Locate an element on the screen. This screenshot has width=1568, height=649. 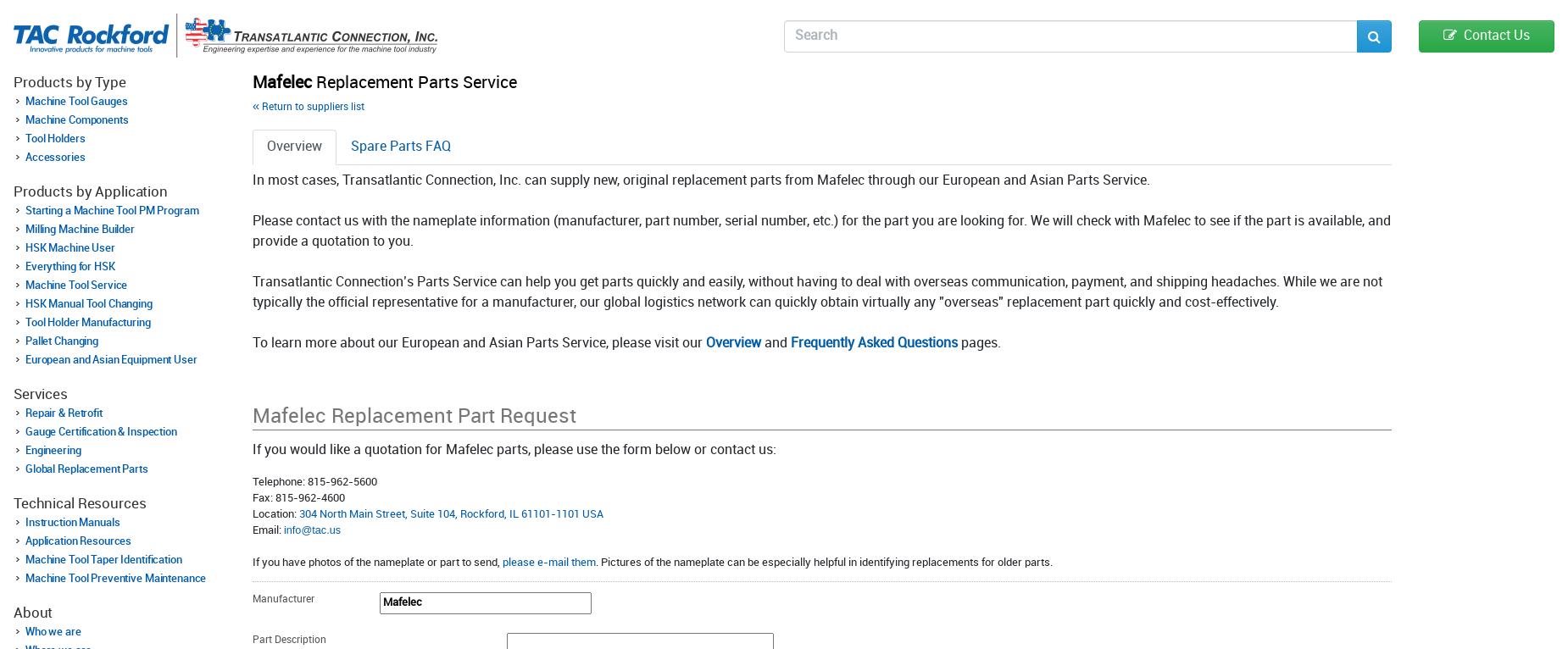
'In most cases, Transatlantic Connection, Inc. can supply new, 
		  original replacement parts from Mafelec through our European and Asian Parts Service.' is located at coordinates (701, 180).